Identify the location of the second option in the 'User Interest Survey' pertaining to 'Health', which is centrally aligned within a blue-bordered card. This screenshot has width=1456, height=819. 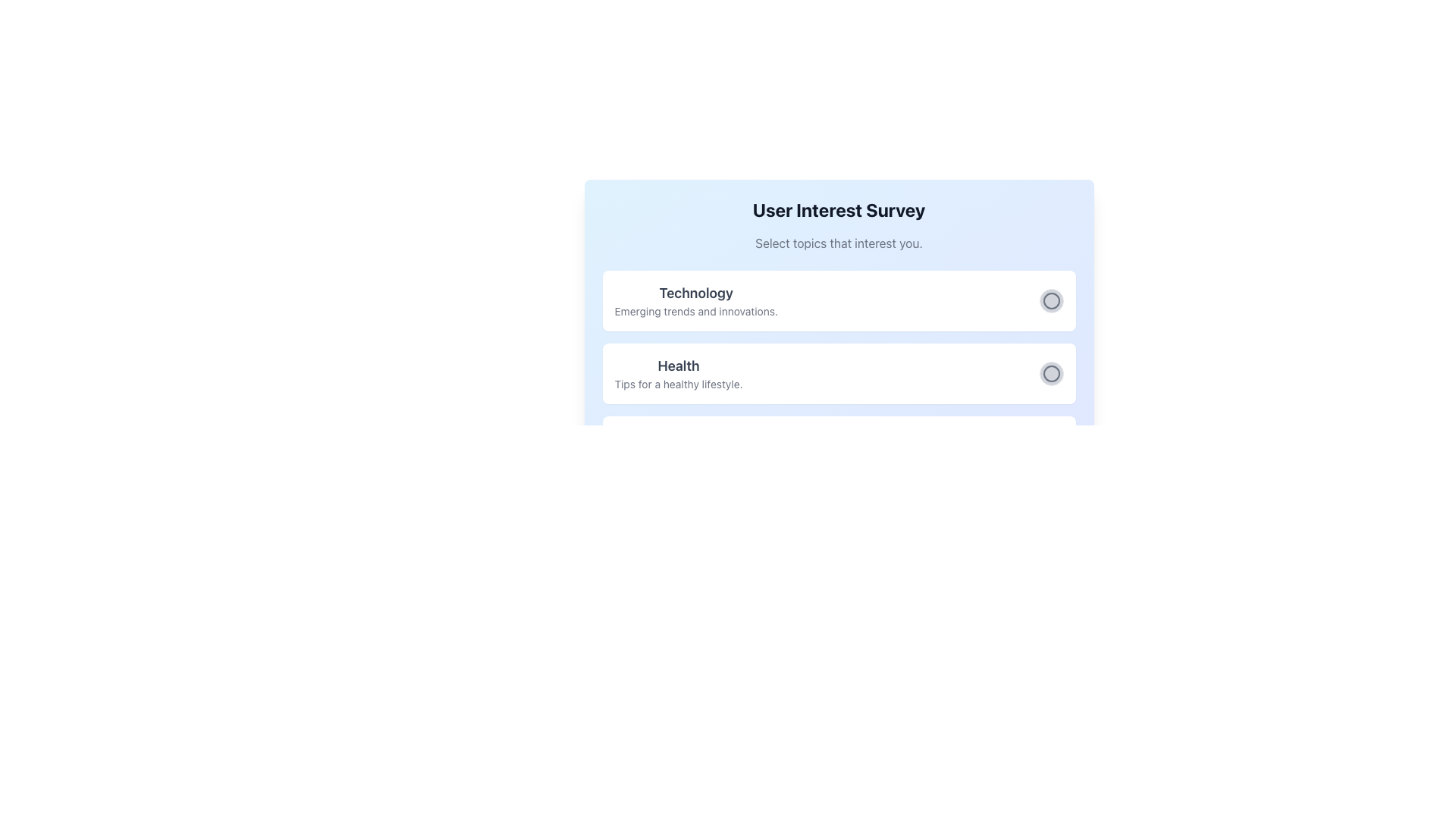
(838, 374).